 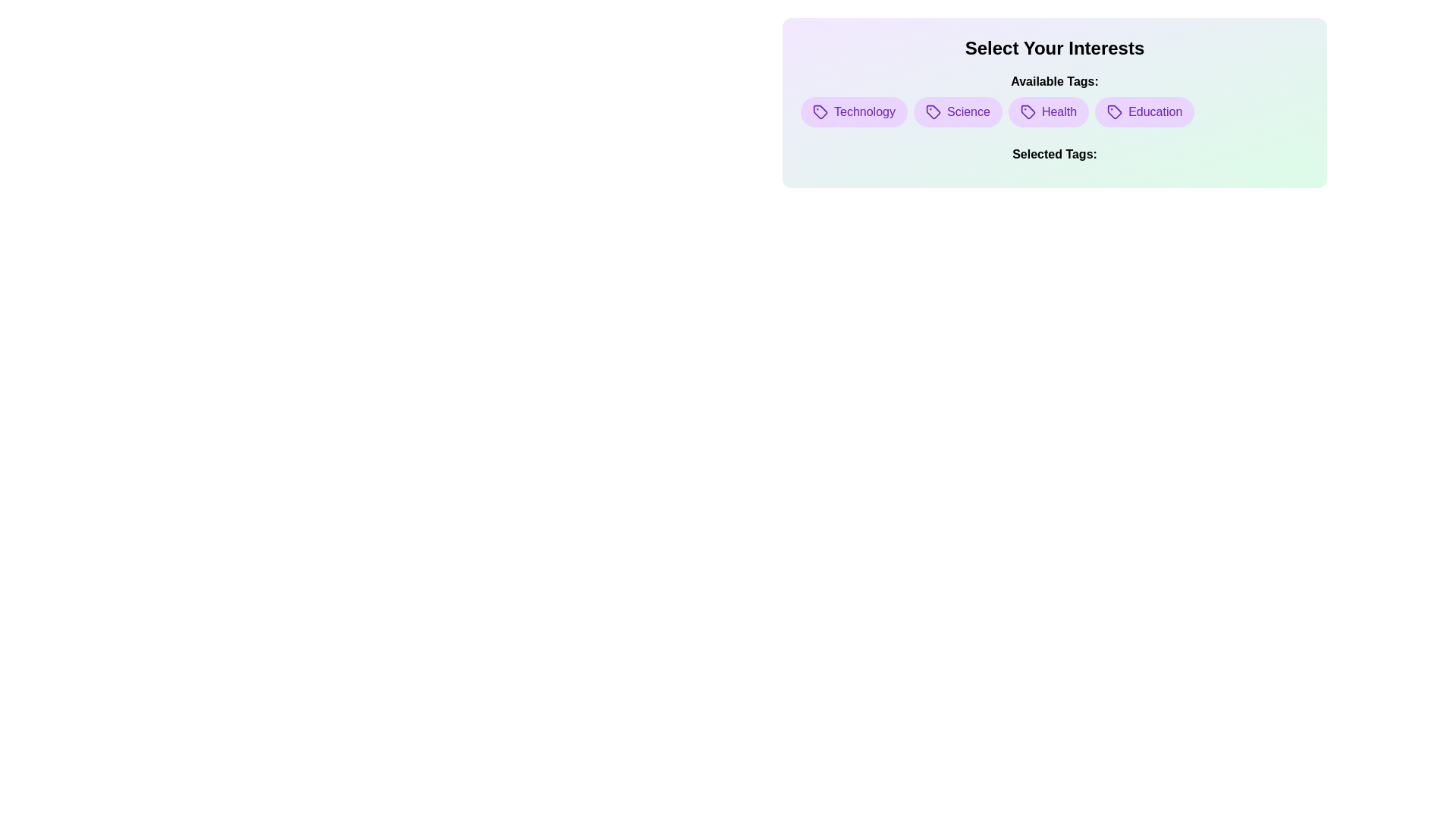 I want to click on the purple pill-shaped 'Health' tag, so click(x=1054, y=111).